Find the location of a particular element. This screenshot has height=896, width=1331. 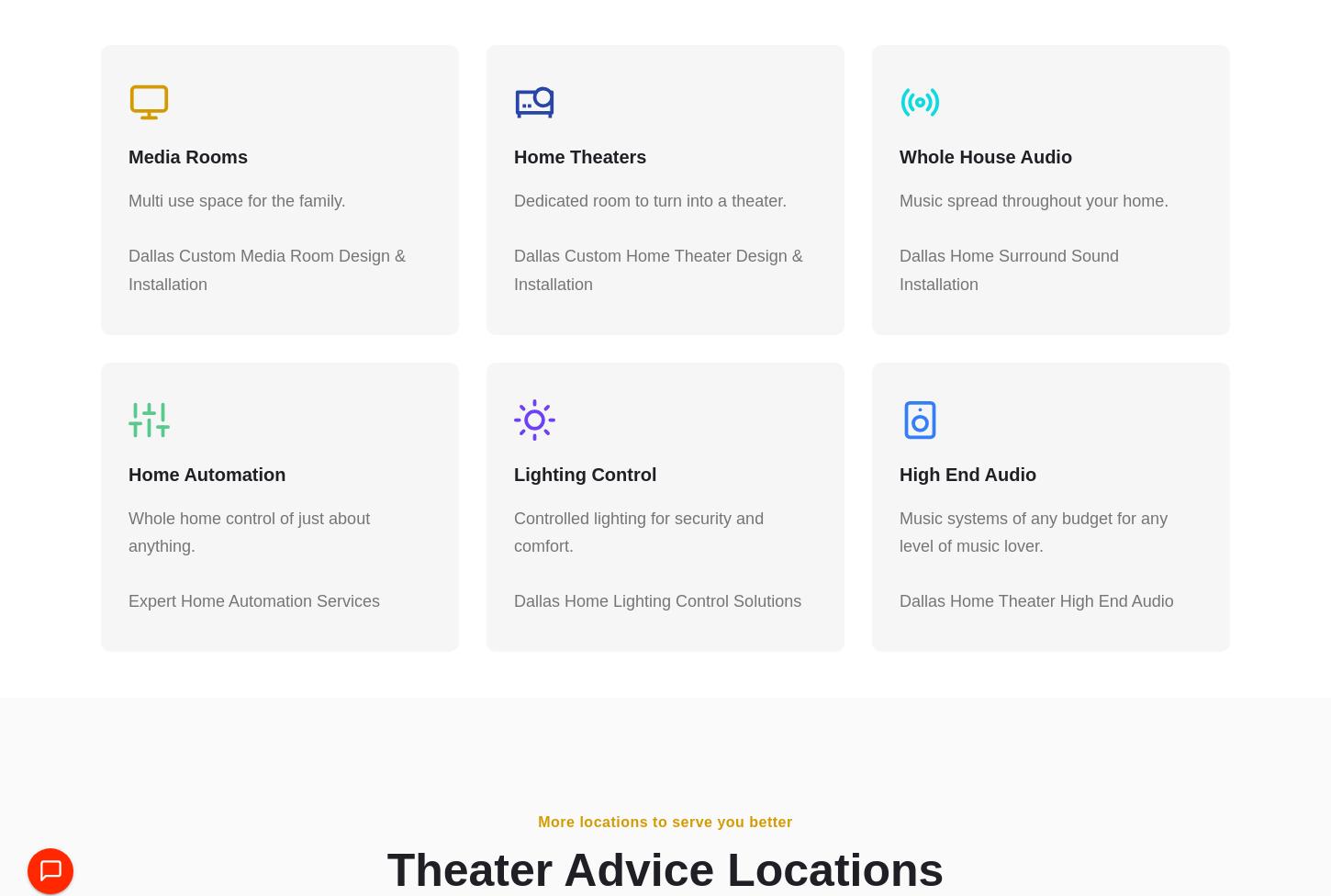

'Media Rooms' is located at coordinates (187, 165).